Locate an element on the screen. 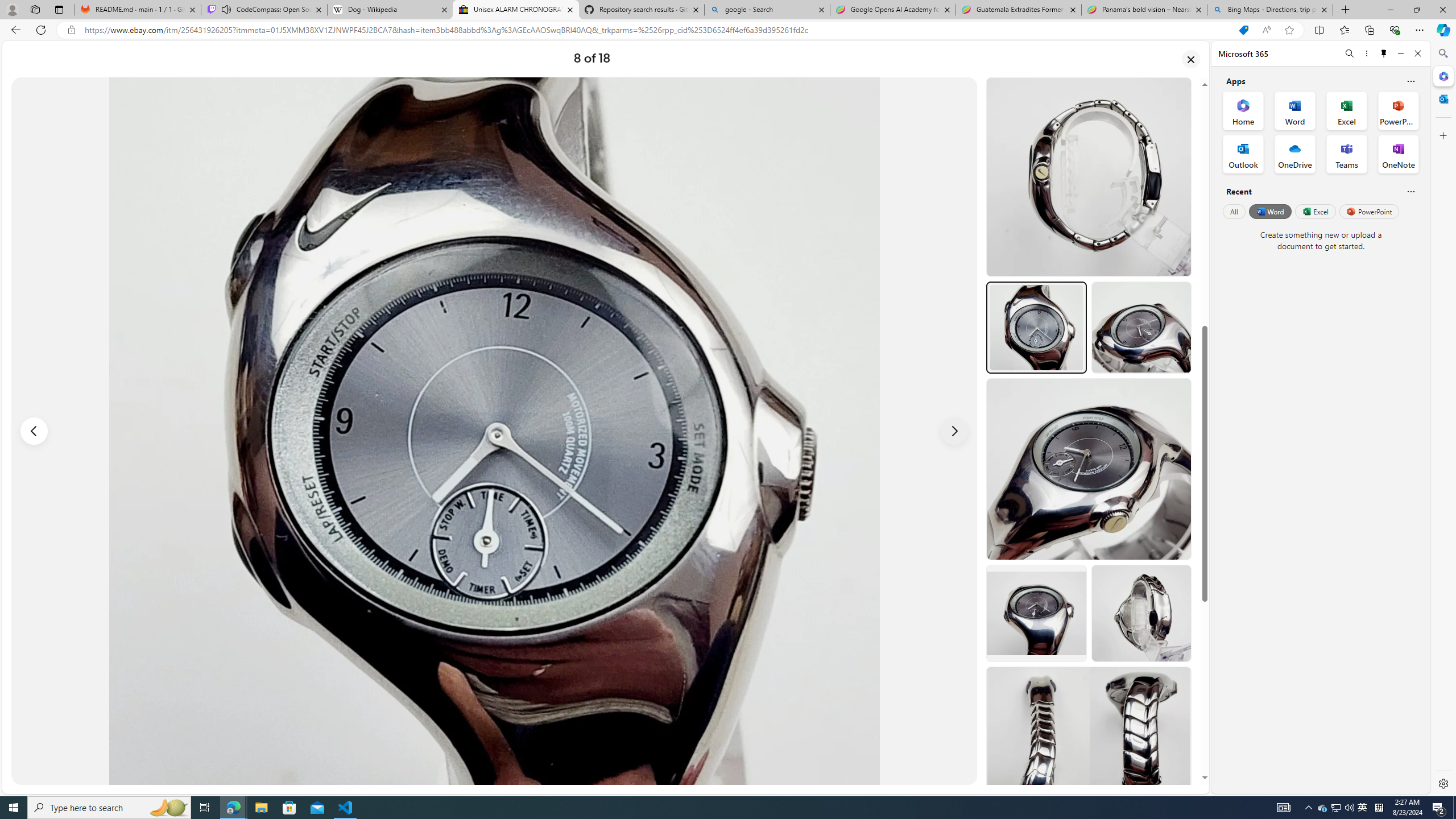 The height and width of the screenshot is (819, 1456). 'Close image gallery dialog' is located at coordinates (1191, 59).